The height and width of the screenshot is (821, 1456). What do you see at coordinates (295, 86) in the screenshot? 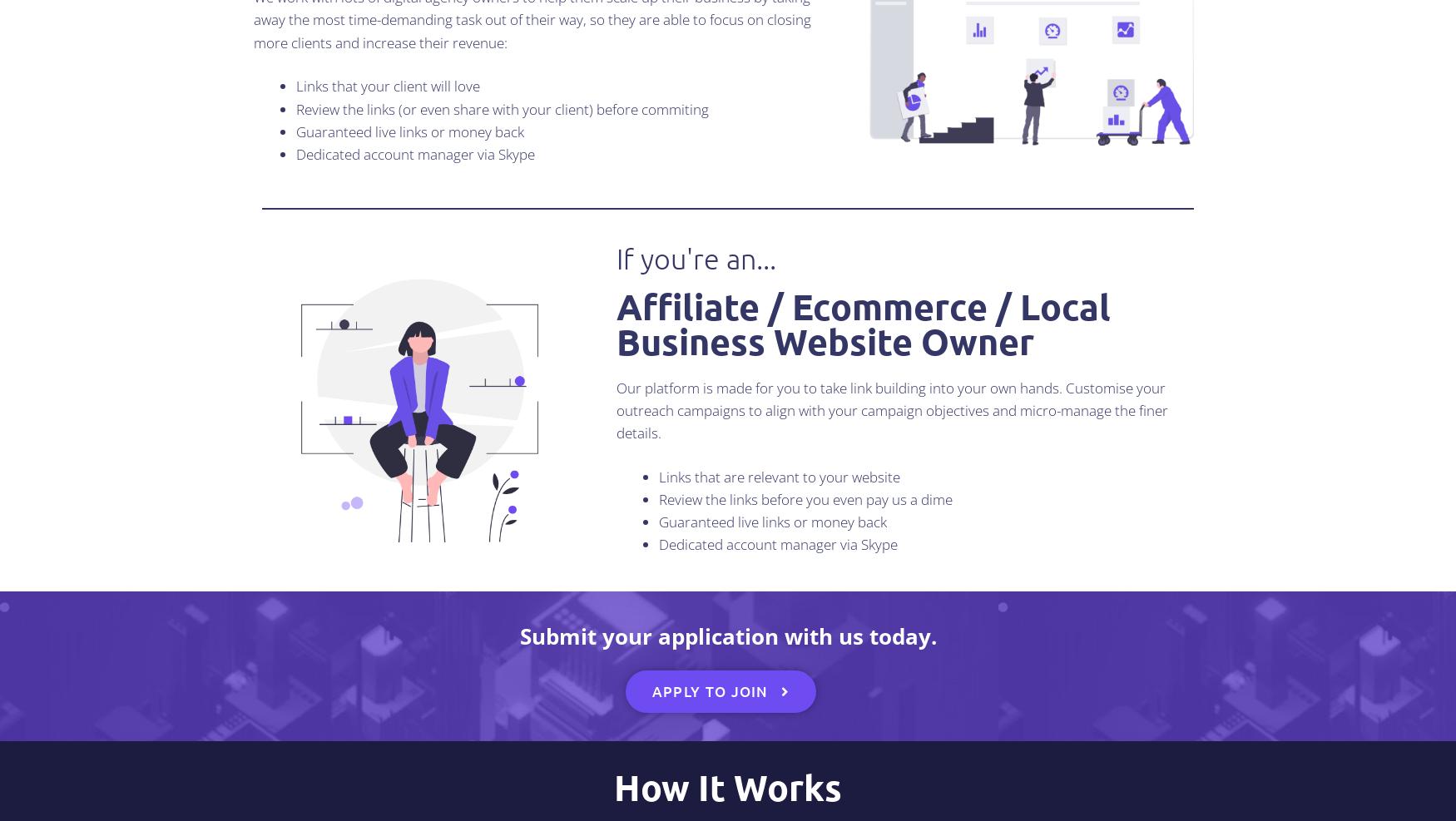
I see `'Links that your client will love'` at bounding box center [295, 86].